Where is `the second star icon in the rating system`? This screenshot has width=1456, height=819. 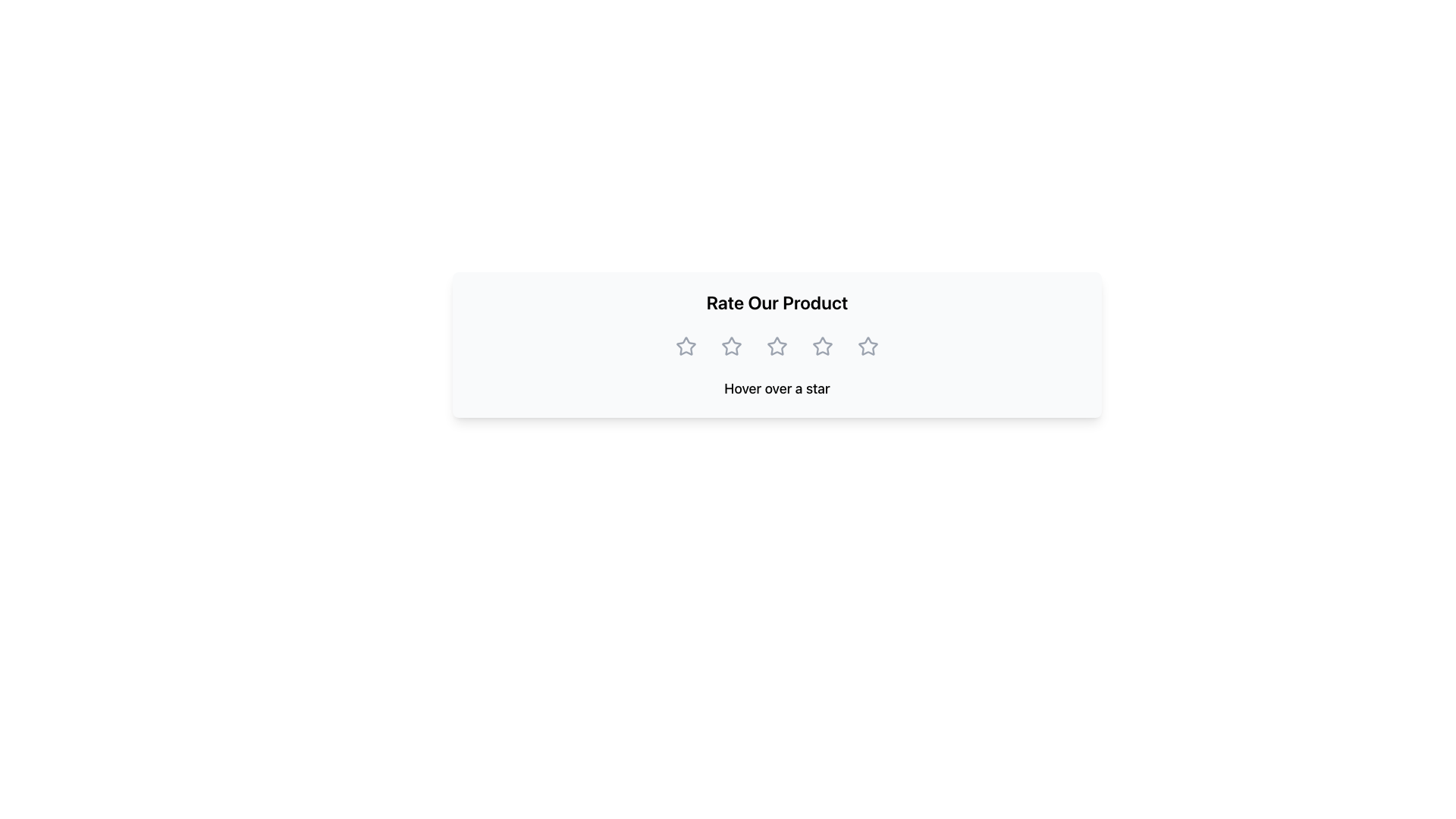 the second star icon in the rating system is located at coordinates (731, 346).